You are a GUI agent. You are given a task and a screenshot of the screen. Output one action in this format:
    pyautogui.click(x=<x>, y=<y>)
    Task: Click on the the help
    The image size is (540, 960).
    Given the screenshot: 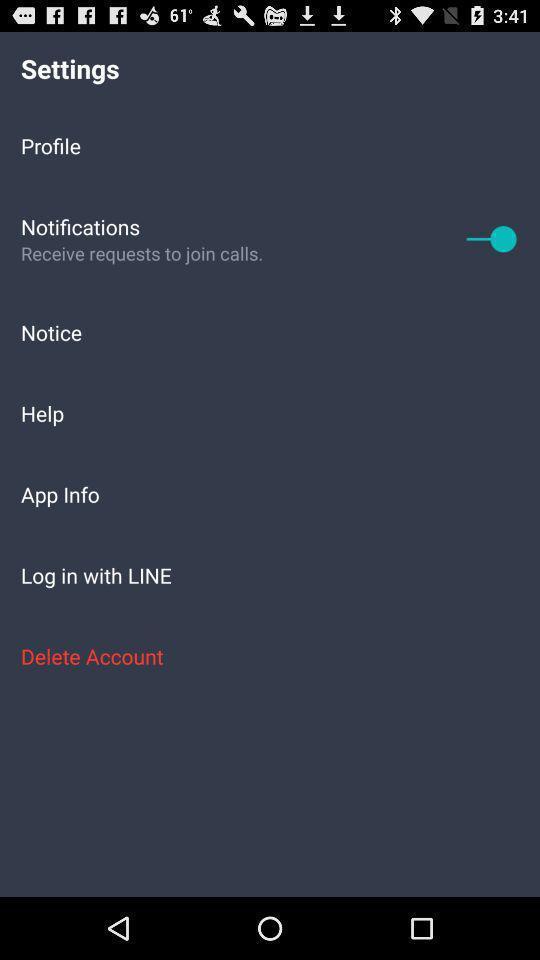 What is the action you would take?
    pyautogui.click(x=270, y=412)
    